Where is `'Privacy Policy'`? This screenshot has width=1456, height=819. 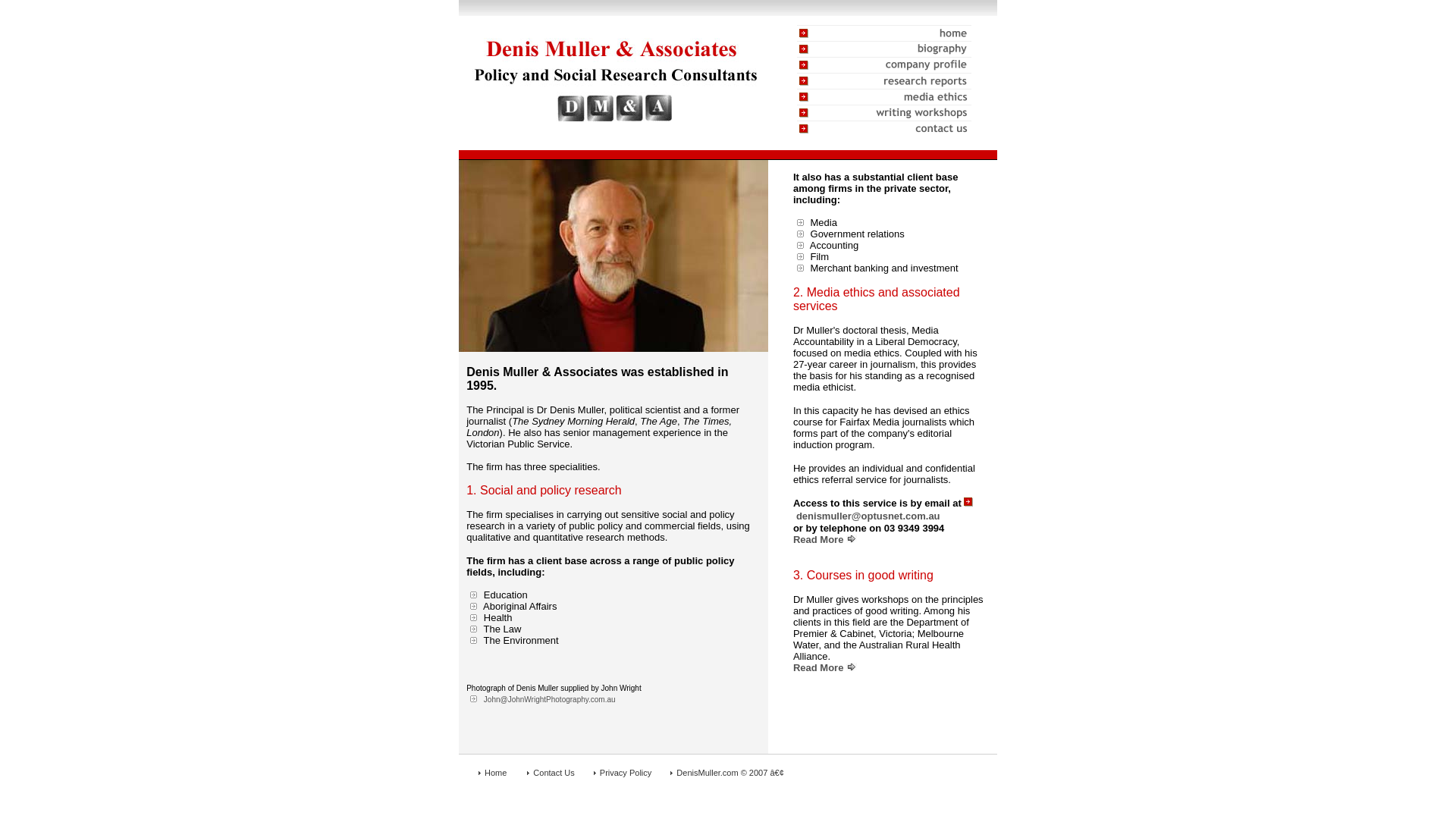
'Privacy Policy' is located at coordinates (626, 772).